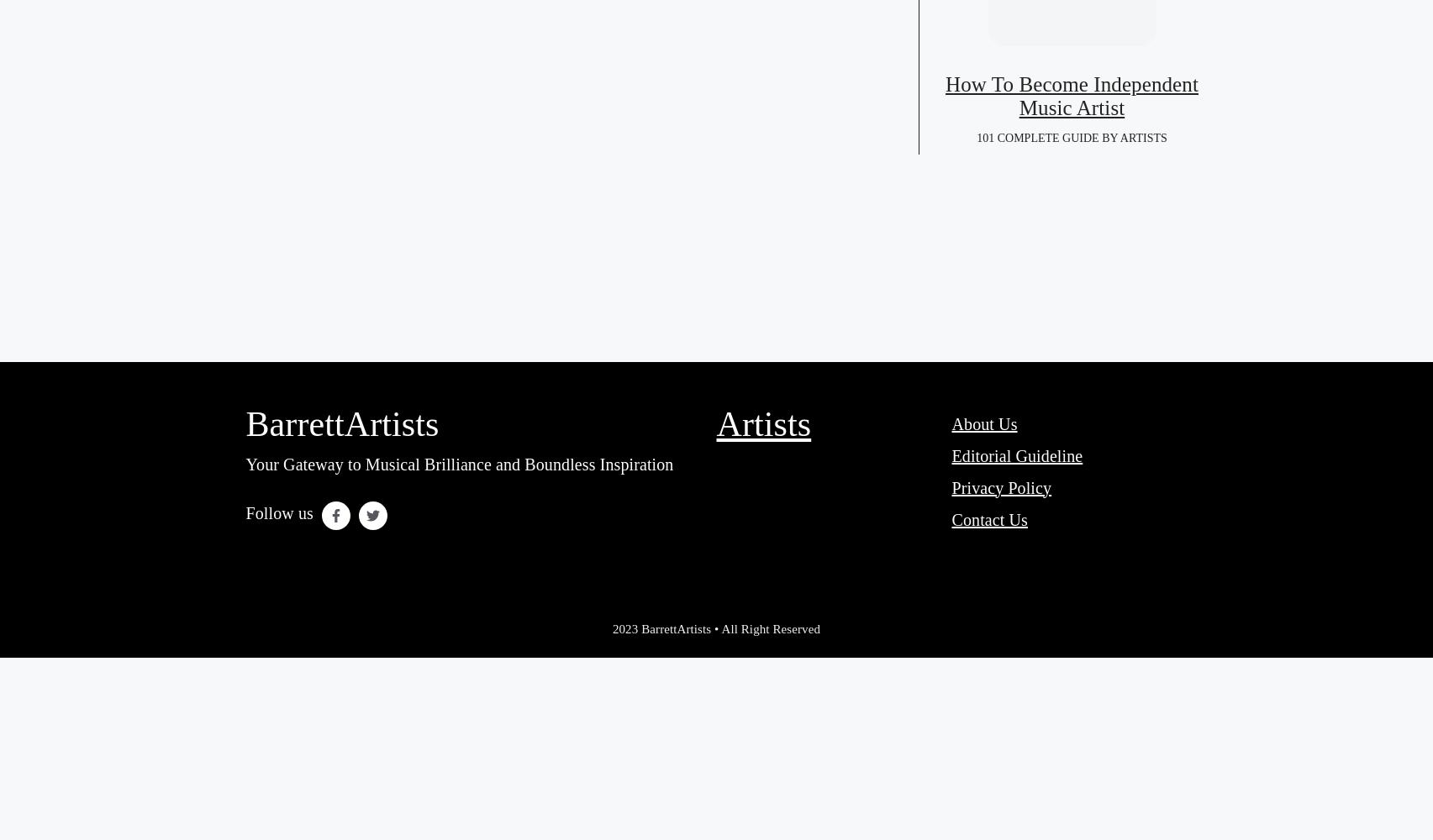 The width and height of the screenshot is (1433, 840). I want to click on 'Artists', so click(762, 423).